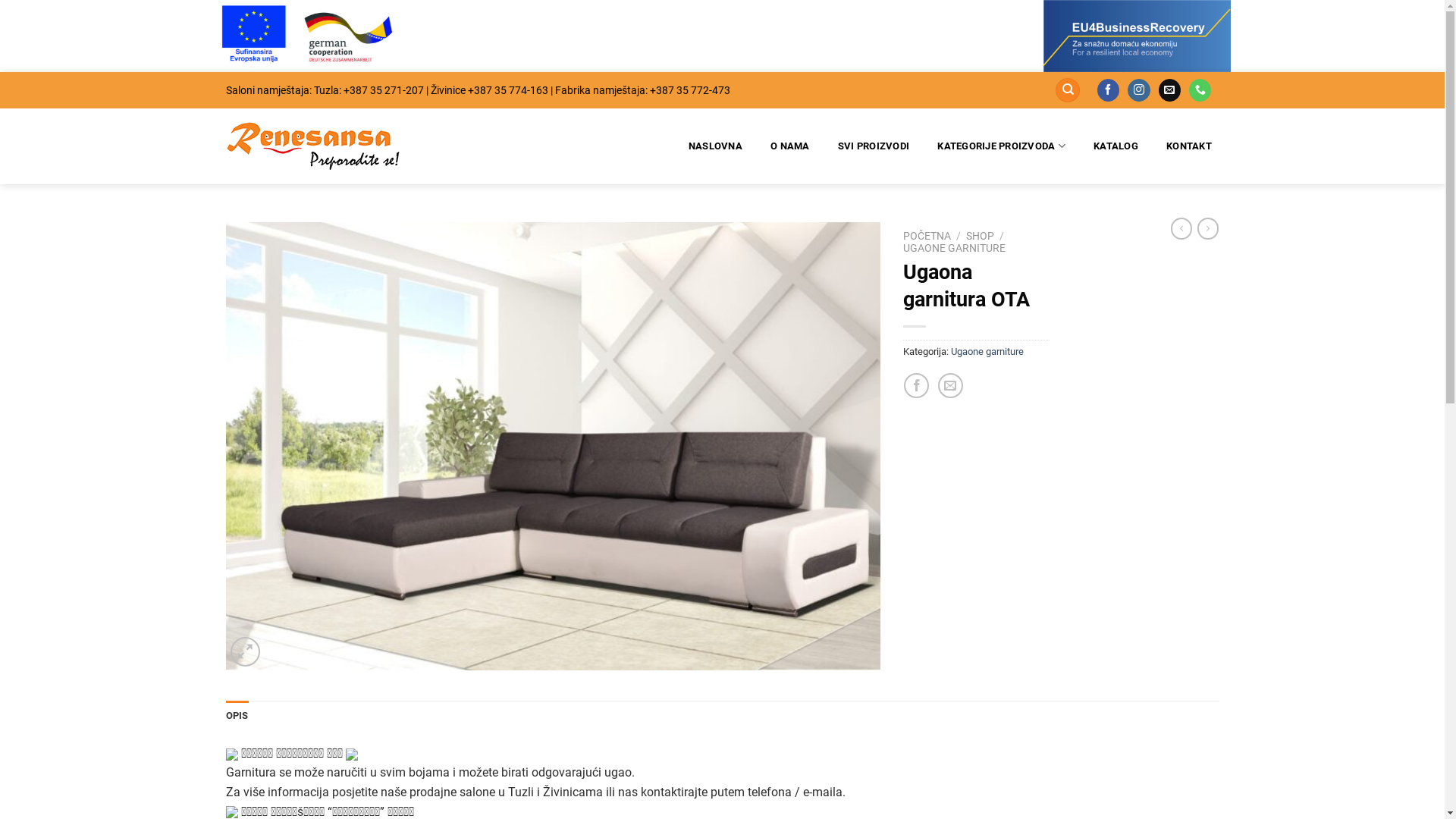 The height and width of the screenshot is (819, 1456). Describe the element at coordinates (245, 651) in the screenshot. I see `'Zoom'` at that location.